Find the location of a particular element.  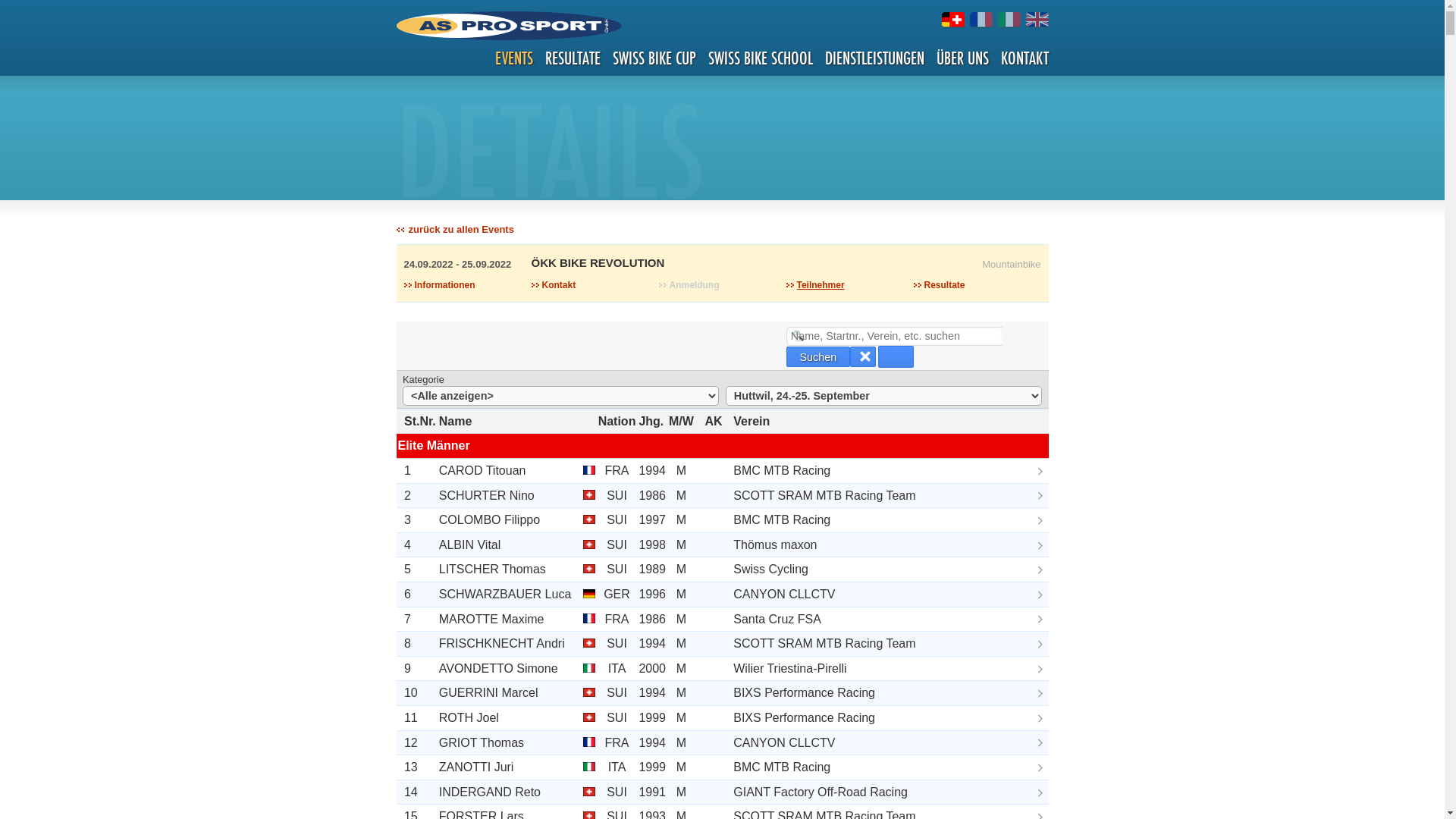

'Suchen' is located at coordinates (817, 356).